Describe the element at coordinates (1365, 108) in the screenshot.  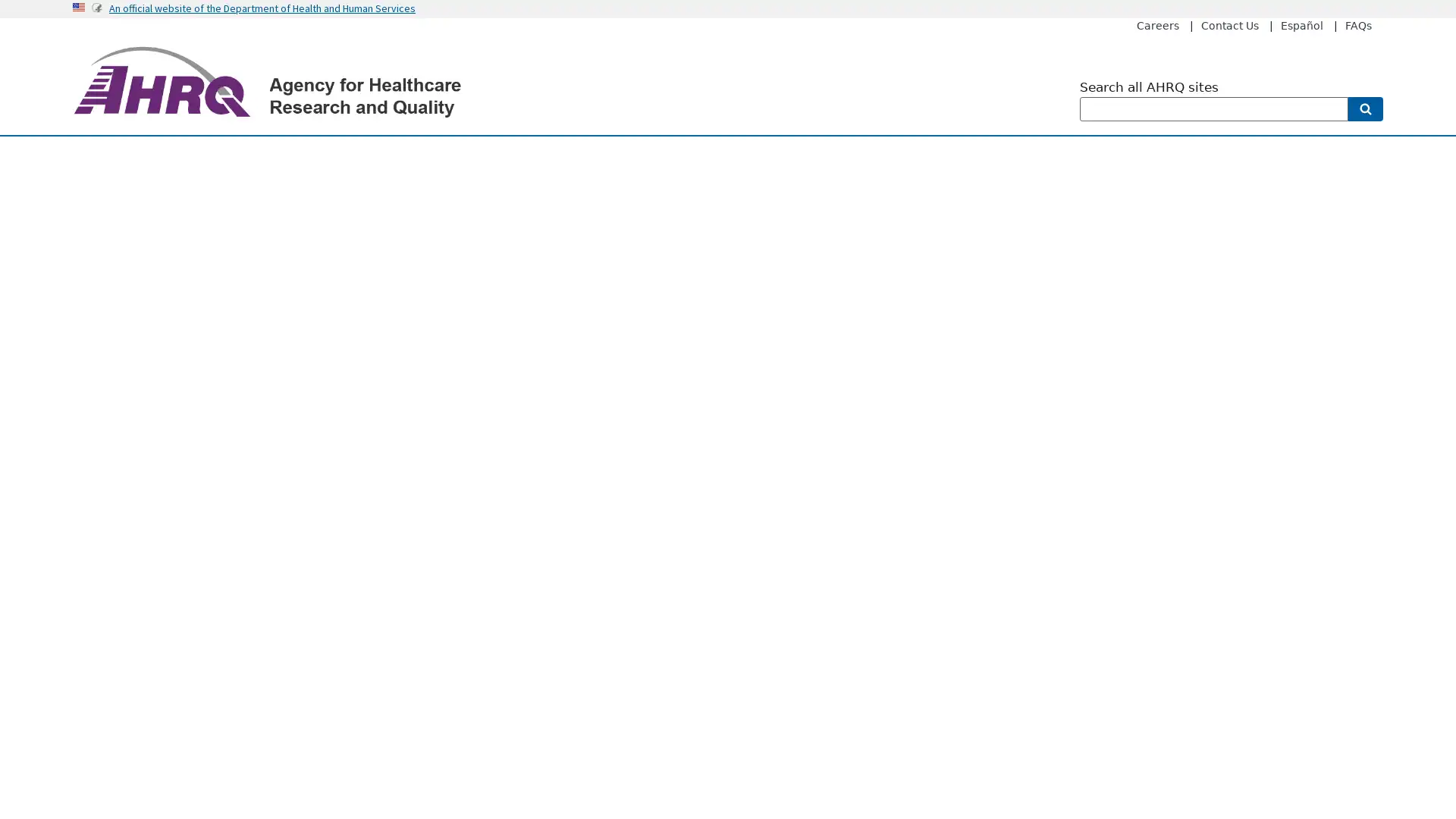
I see `Search` at that location.